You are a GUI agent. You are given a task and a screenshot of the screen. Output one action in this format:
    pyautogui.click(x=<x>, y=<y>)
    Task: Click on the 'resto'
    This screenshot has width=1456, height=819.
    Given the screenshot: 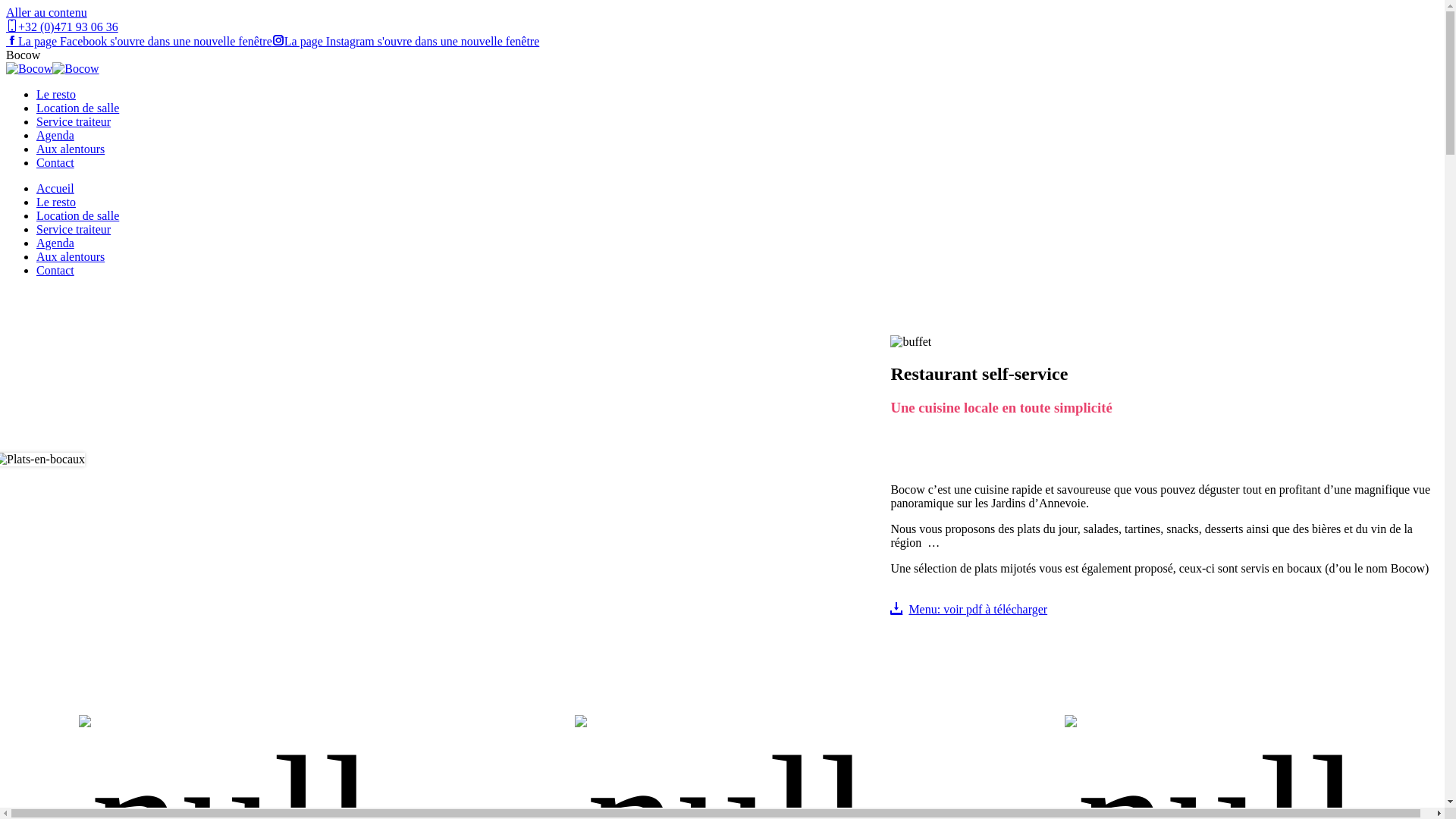 What is the action you would take?
    pyautogui.click(x=910, y=342)
    